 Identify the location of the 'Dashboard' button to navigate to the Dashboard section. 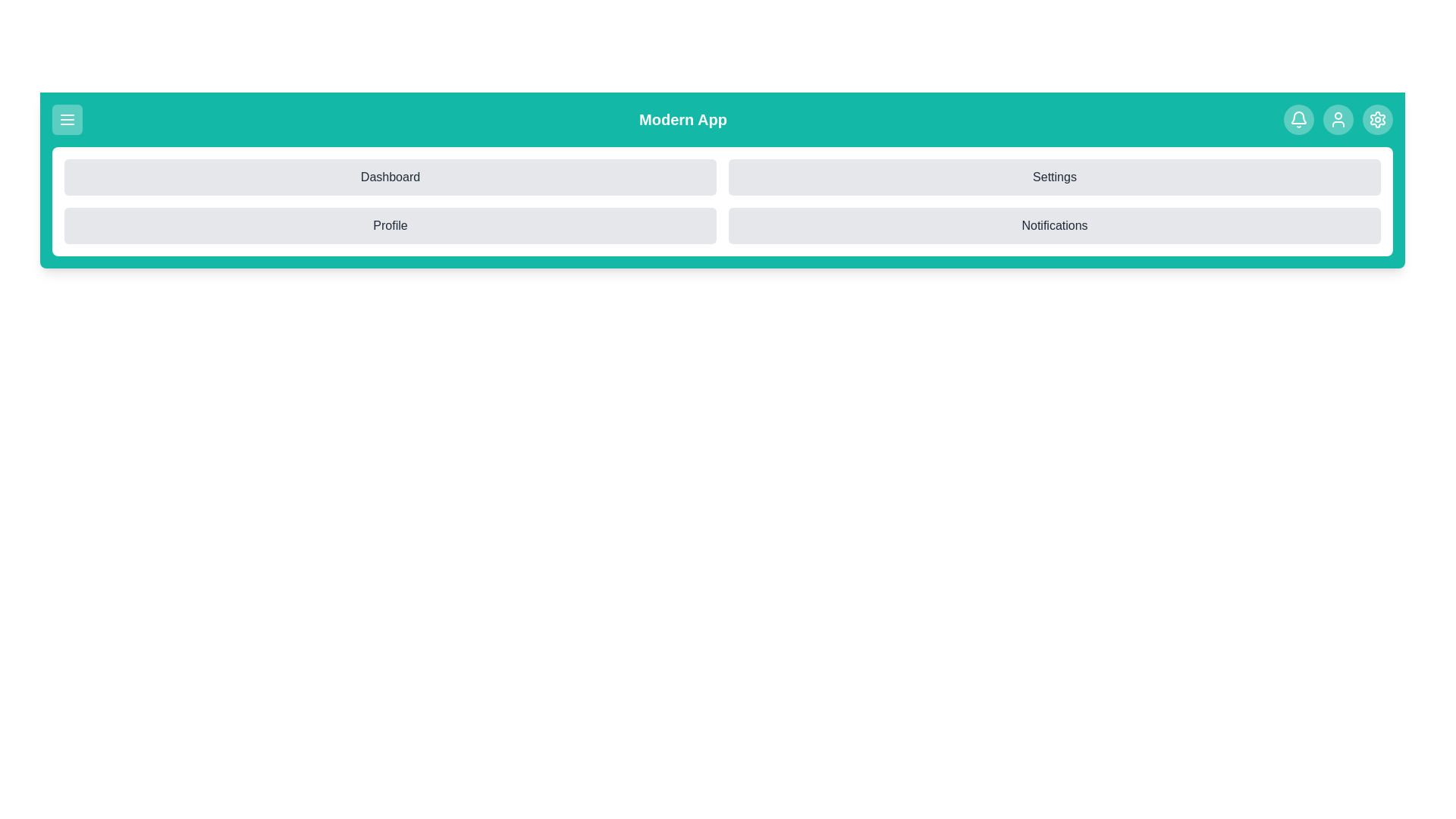
(390, 177).